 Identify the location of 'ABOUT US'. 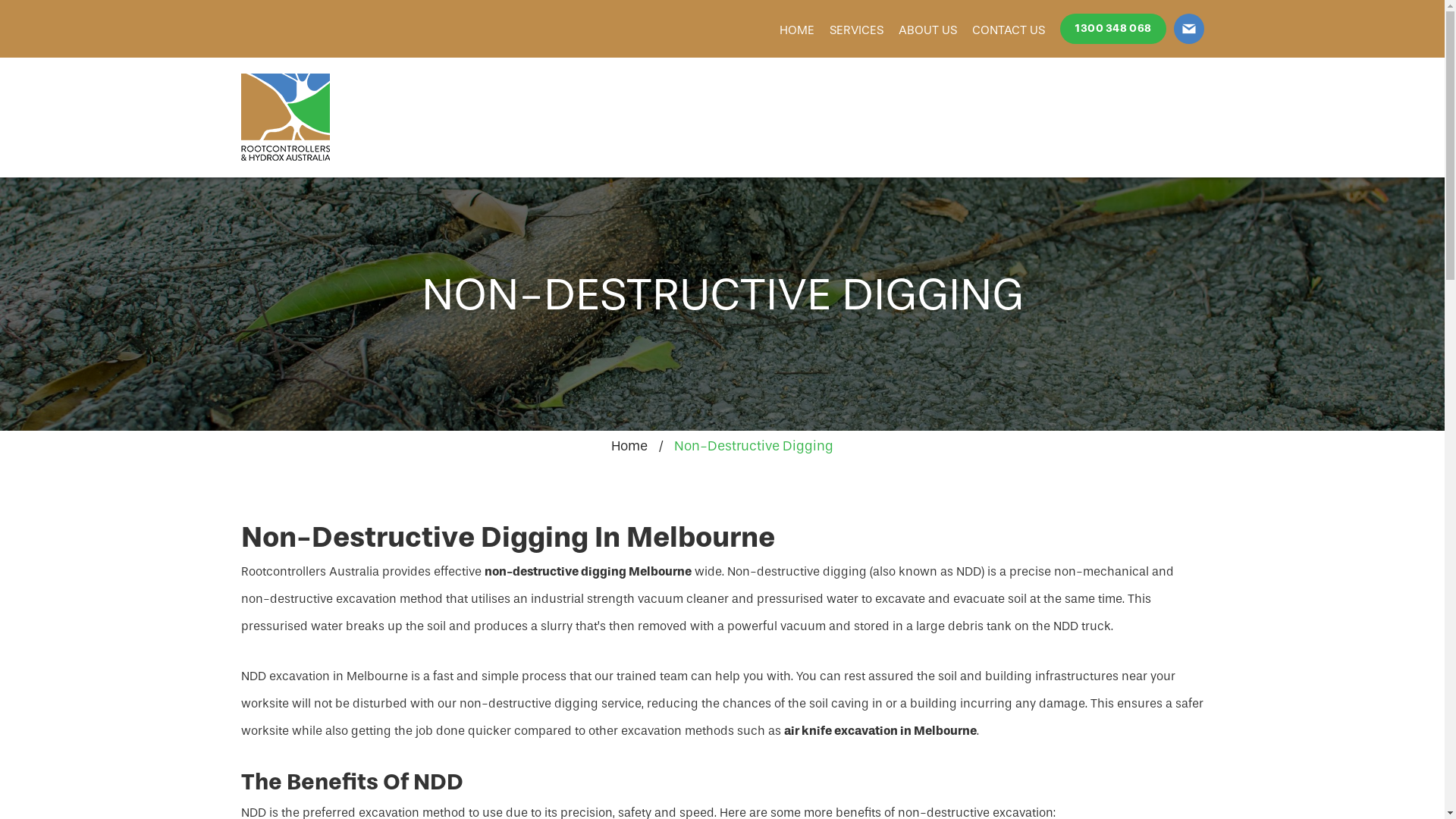
(898, 29).